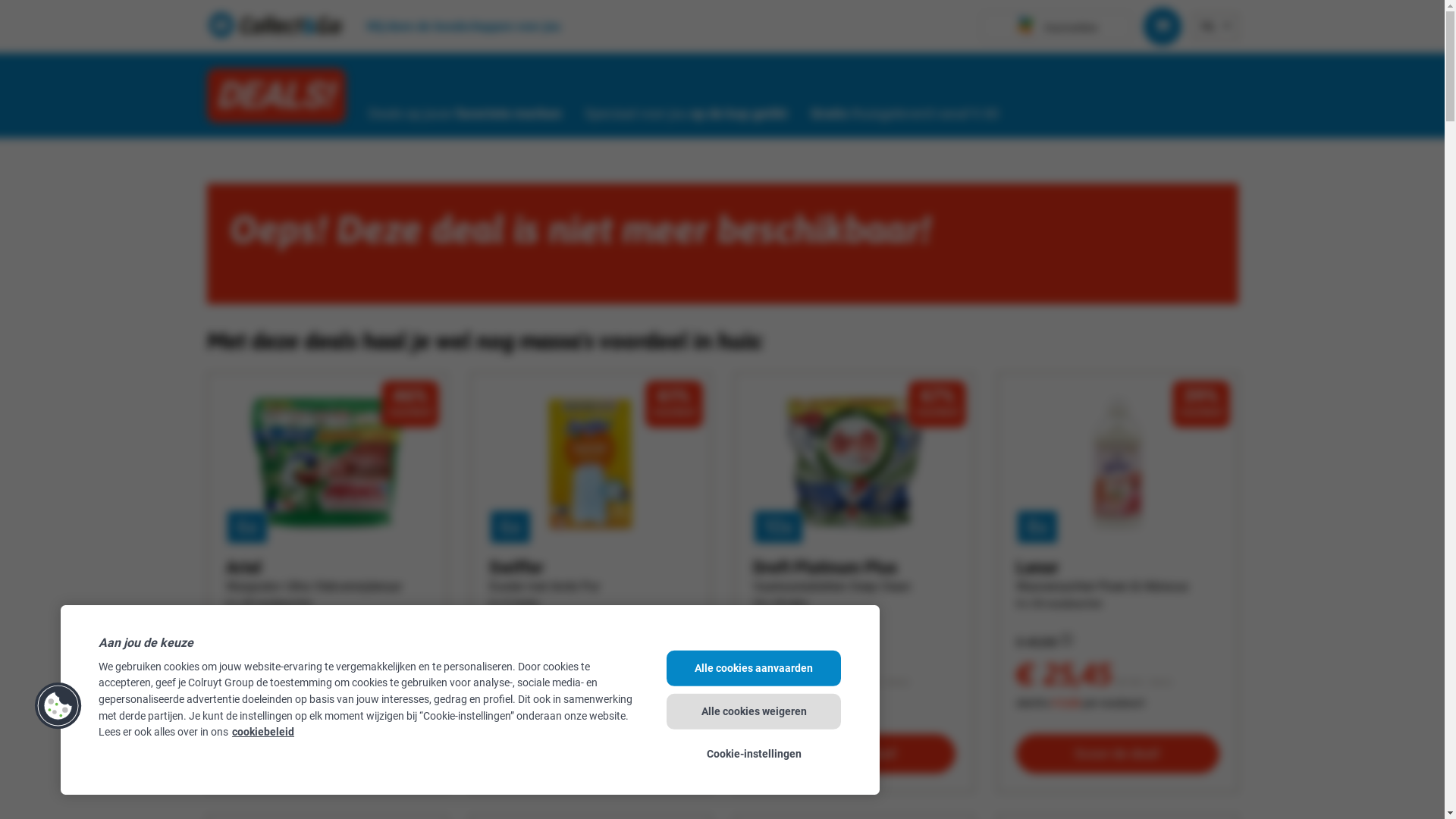  I want to click on 'Cookie-instellingen', so click(753, 754).